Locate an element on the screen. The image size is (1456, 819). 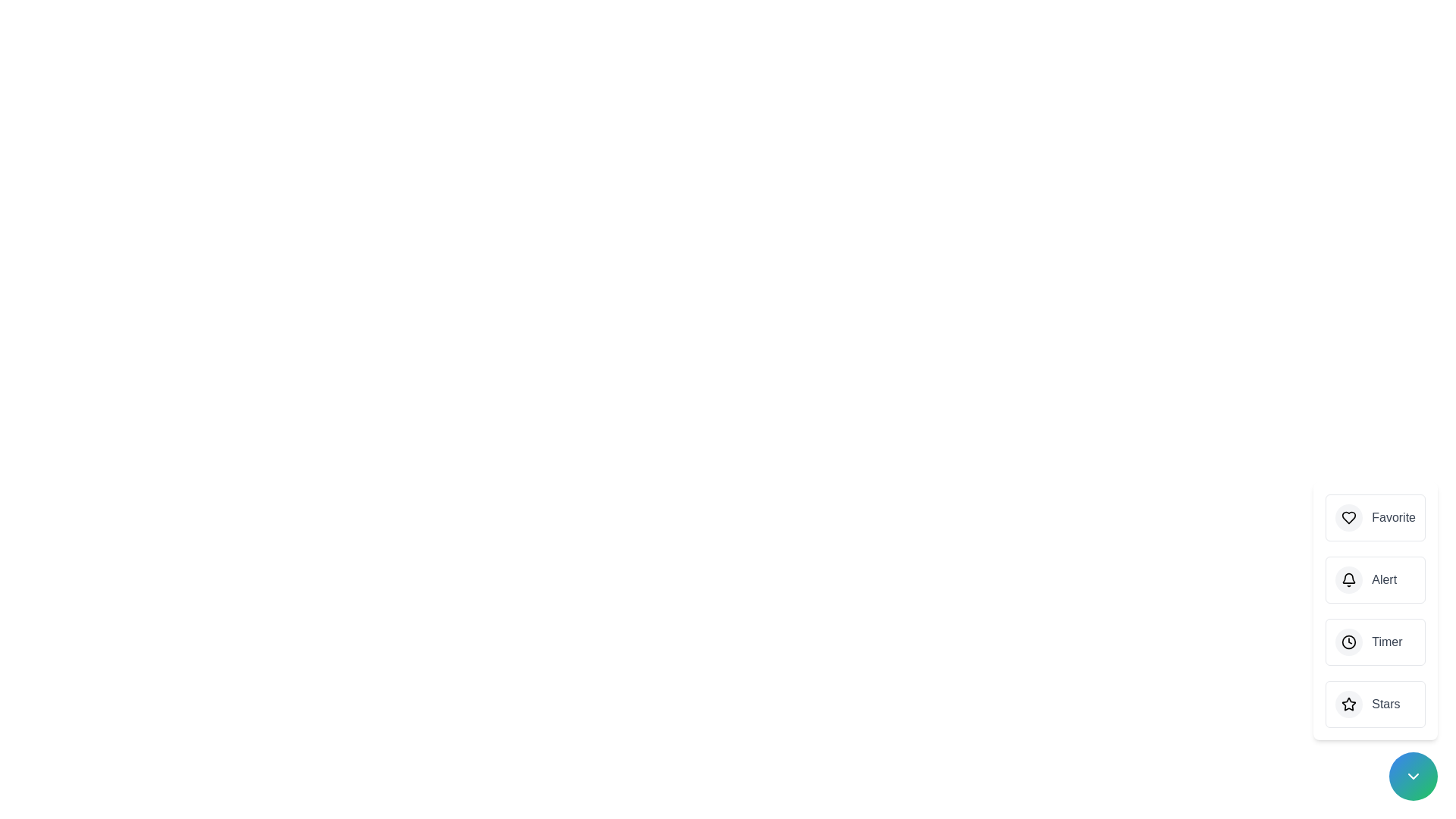
the 'Alert' button to trigger its associated action is located at coordinates (1376, 579).